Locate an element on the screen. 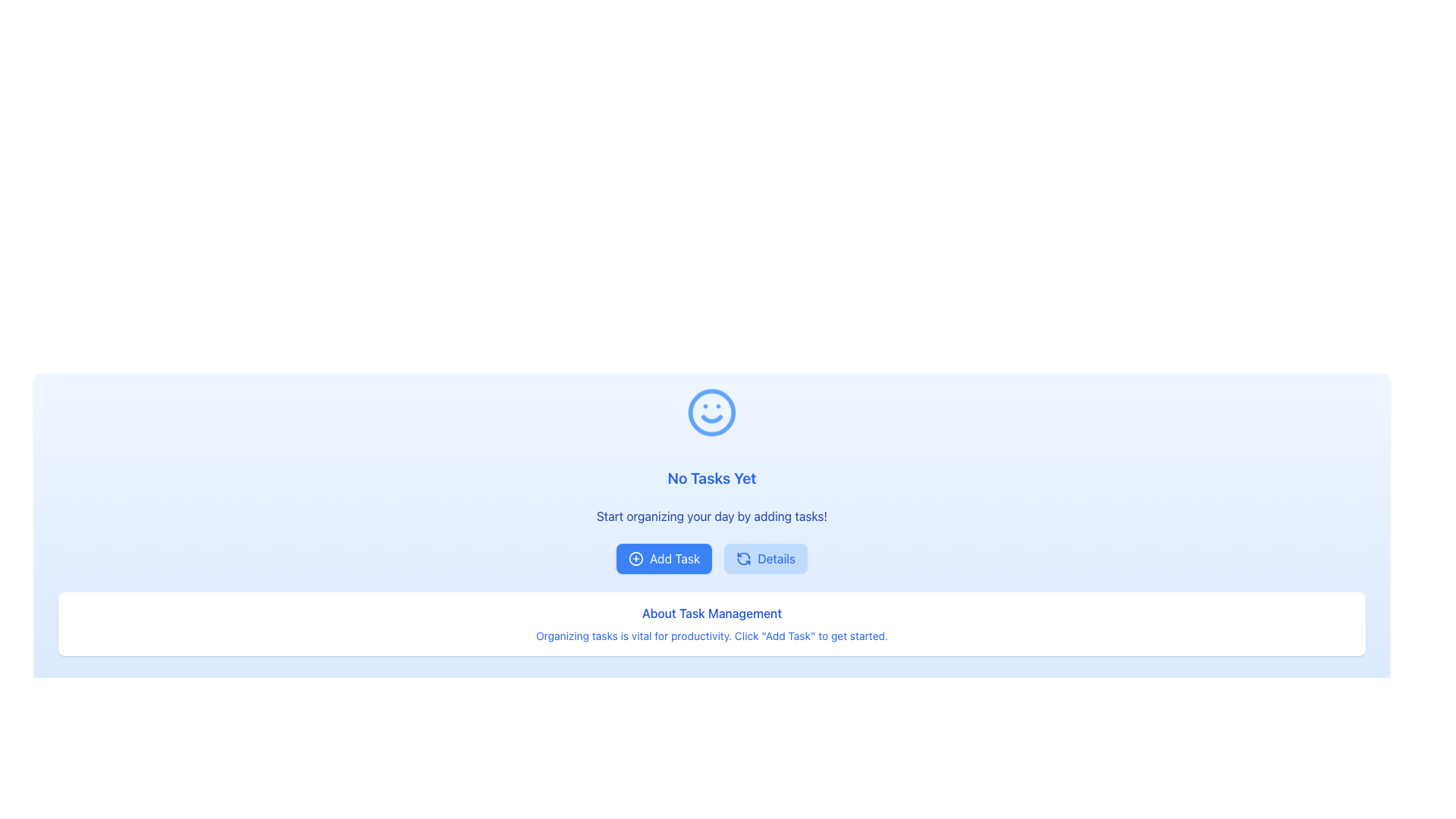 The height and width of the screenshot is (819, 1456). the blue text paragraph that states 'Organizing tasks is vital for productivity. Click "Add Task" to get started.' located below the 'About Task Management' heading is located at coordinates (711, 636).